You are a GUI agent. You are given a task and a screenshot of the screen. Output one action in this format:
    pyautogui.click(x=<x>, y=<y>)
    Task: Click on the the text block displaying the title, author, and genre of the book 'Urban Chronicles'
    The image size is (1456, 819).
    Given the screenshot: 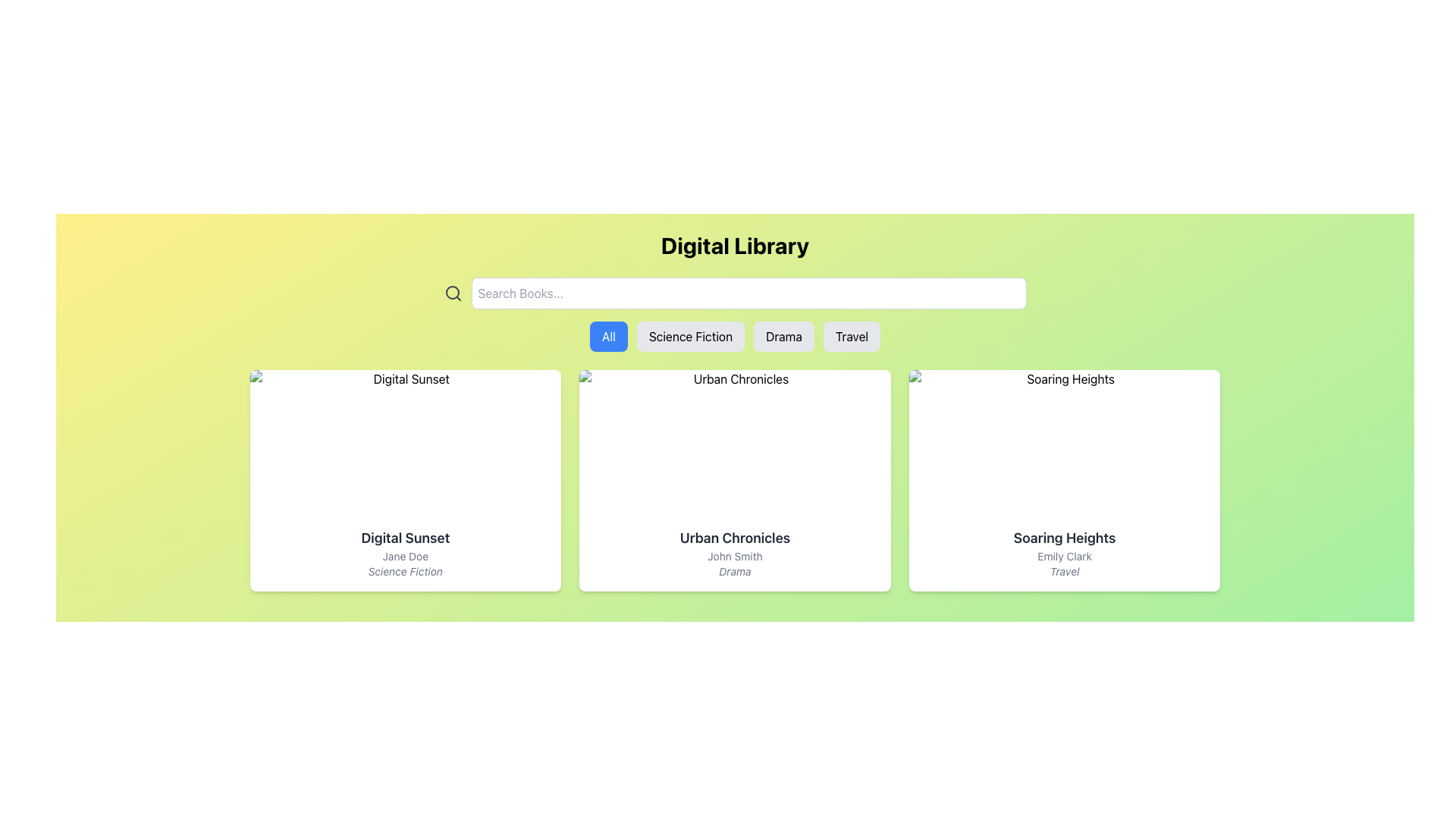 What is the action you would take?
    pyautogui.click(x=735, y=553)
    